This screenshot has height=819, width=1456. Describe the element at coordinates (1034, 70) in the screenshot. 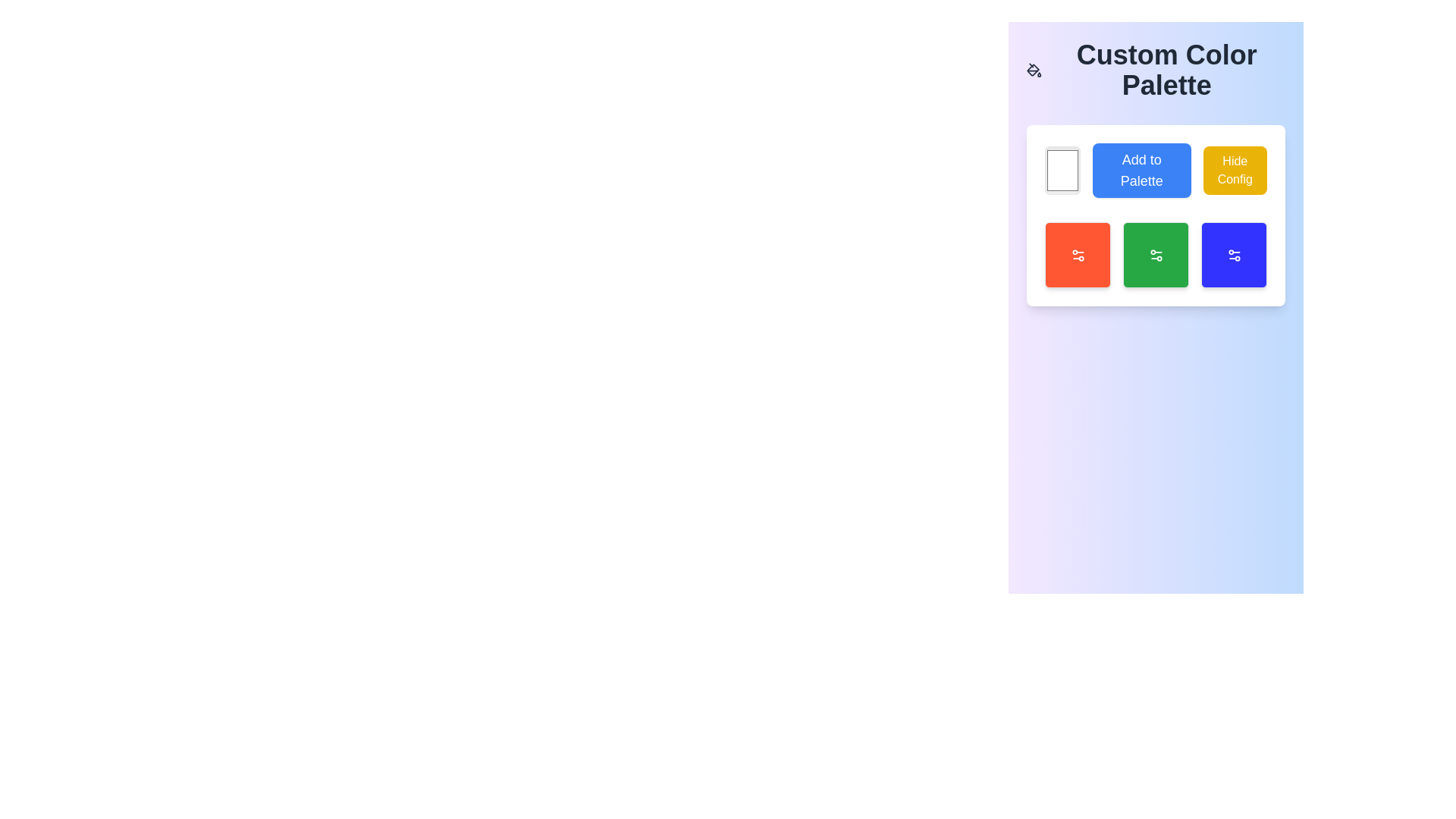

I see `the SVG graphic icon resembling a paint bucket spilling, located in the header section titled 'Custom Color Palette'` at that location.